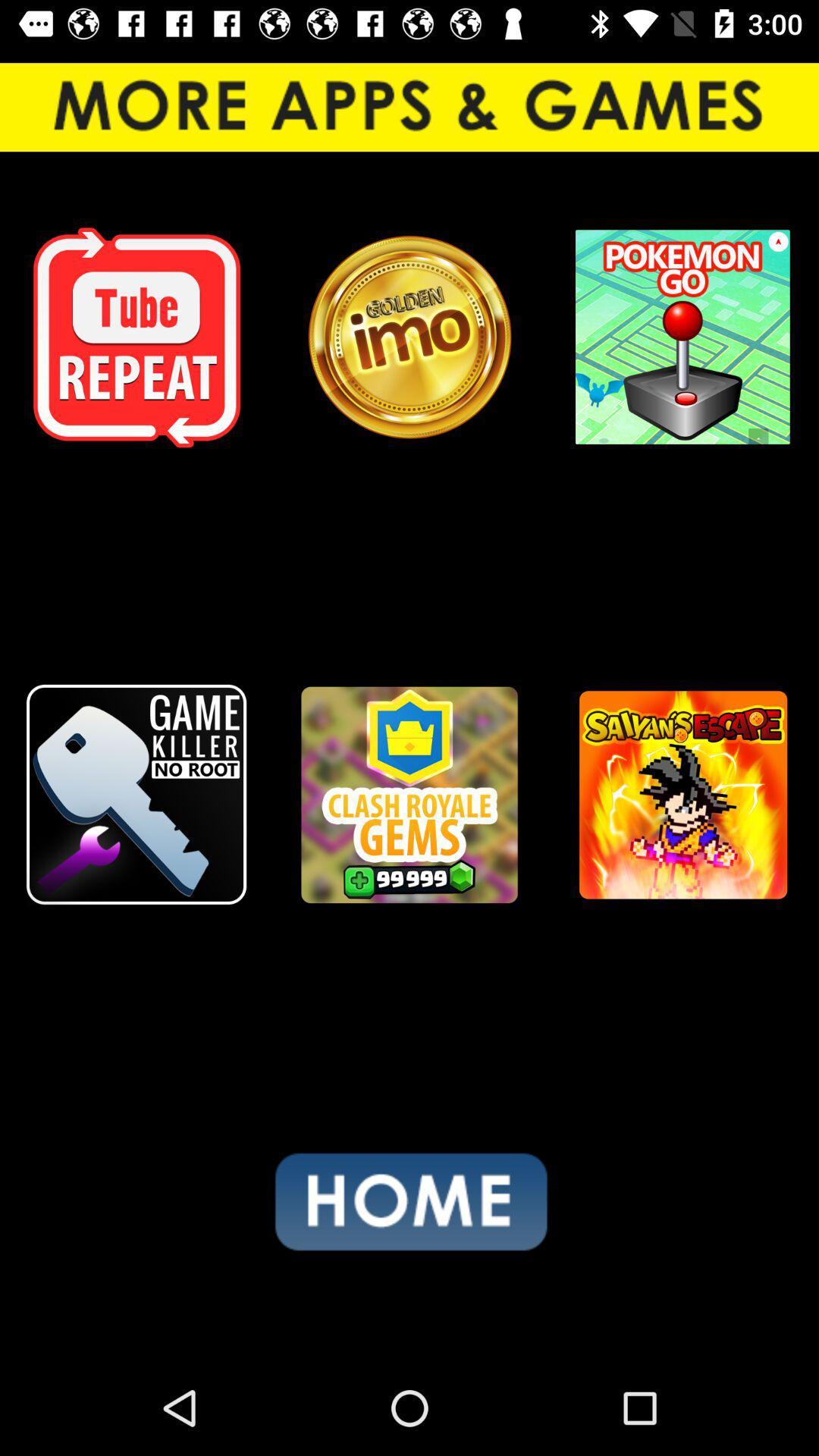 The height and width of the screenshot is (1456, 819). I want to click on play/install saivans escape, so click(681, 794).